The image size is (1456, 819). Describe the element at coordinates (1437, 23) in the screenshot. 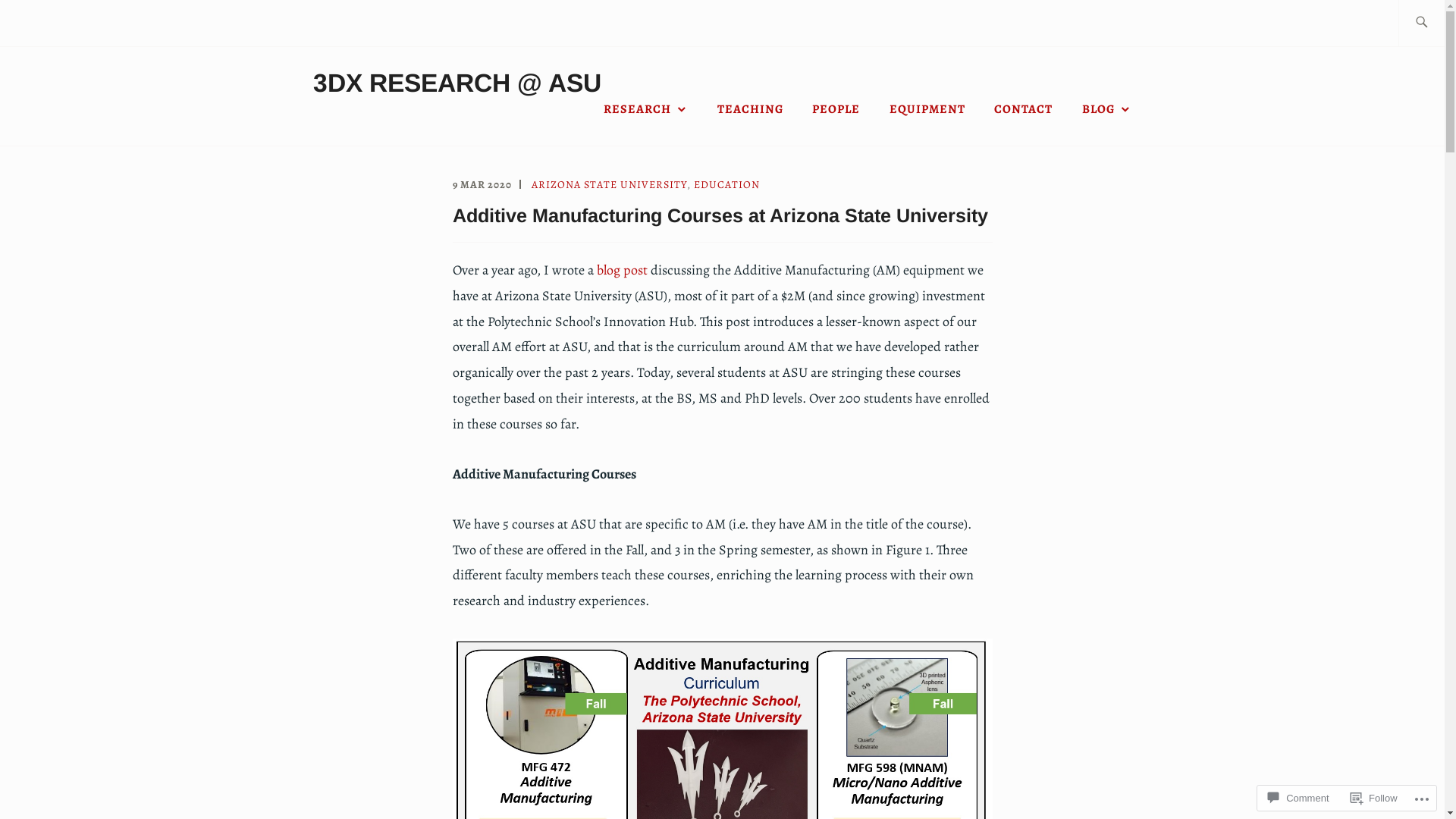

I see `'Search for:'` at that location.